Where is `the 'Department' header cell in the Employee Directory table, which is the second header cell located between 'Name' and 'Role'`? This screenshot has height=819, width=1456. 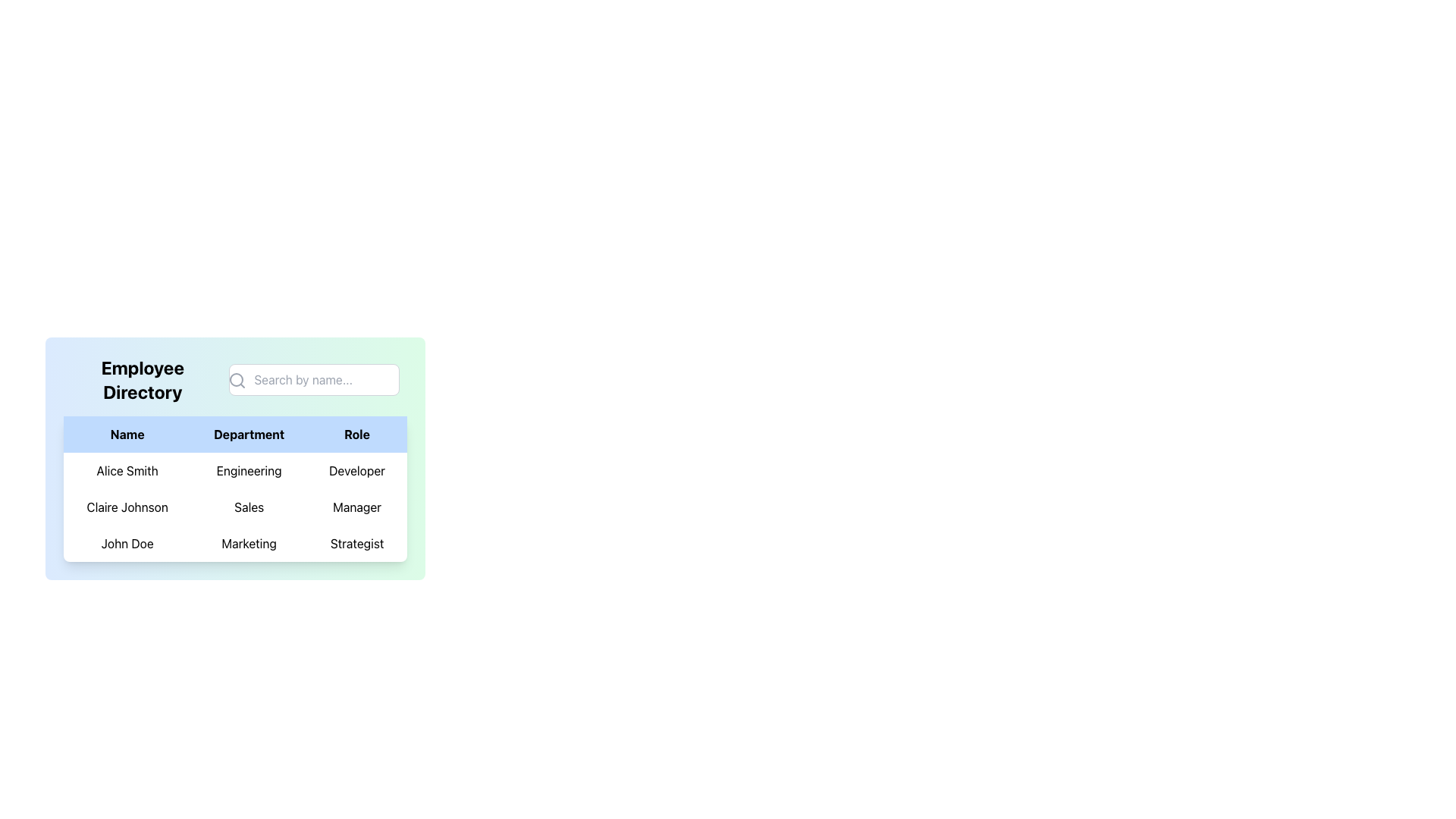 the 'Department' header cell in the Employee Directory table, which is the second header cell located between 'Name' and 'Role' is located at coordinates (249, 435).